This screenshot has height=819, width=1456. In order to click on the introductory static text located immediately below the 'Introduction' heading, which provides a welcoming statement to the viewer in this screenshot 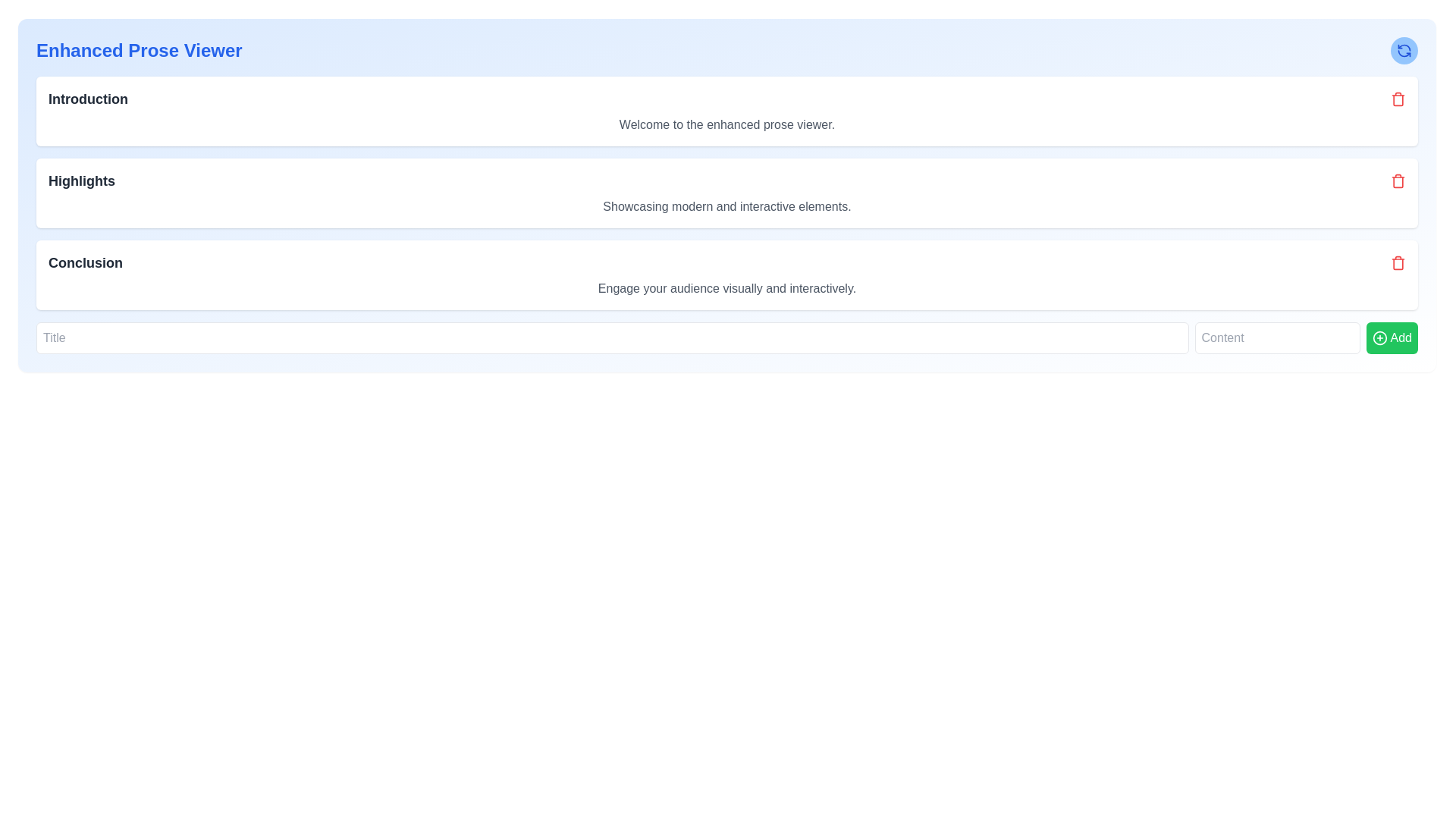, I will do `click(726, 124)`.